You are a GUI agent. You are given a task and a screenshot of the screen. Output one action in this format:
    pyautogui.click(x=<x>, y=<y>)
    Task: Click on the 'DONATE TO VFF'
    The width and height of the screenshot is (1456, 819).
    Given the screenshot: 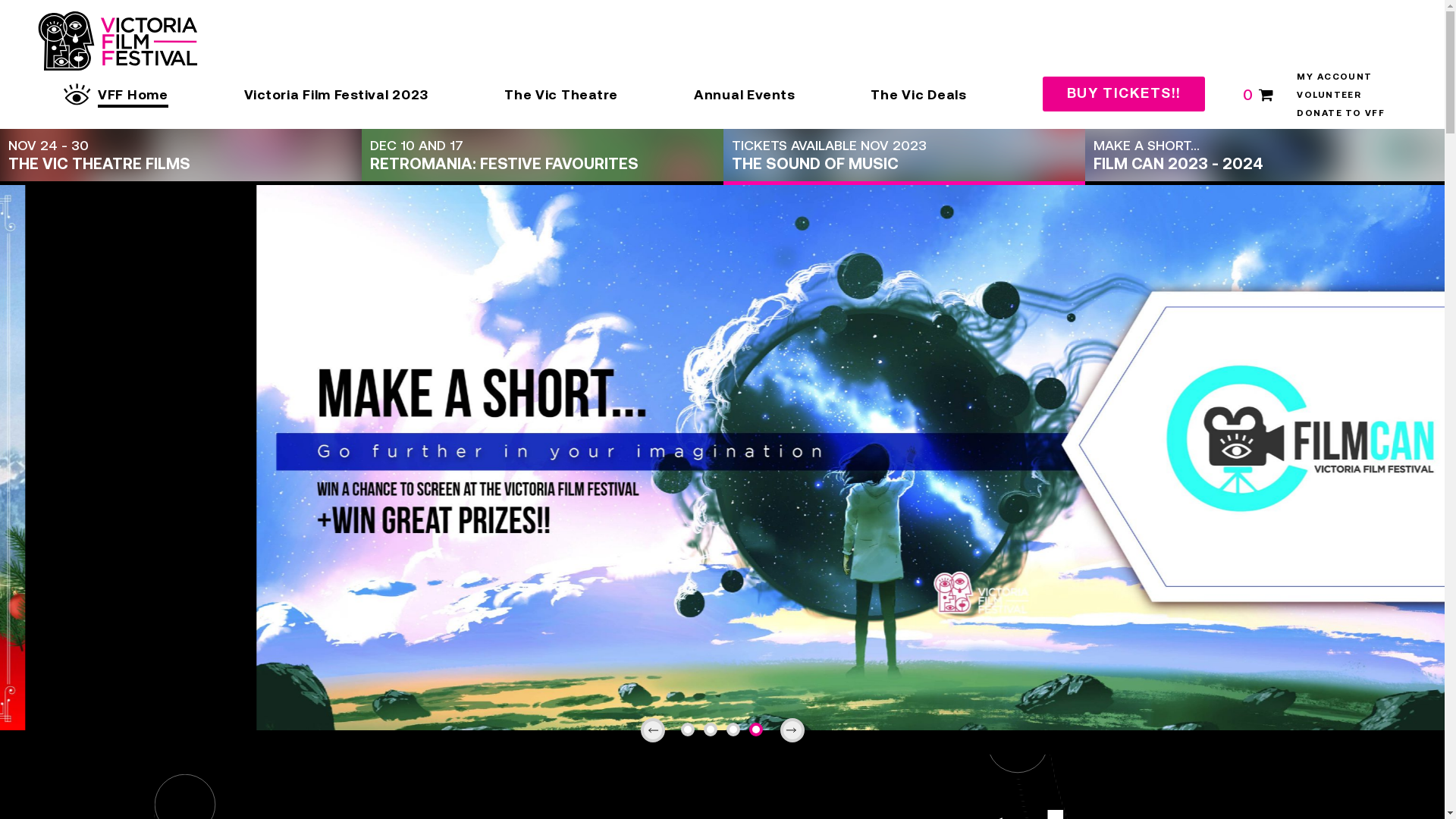 What is the action you would take?
    pyautogui.click(x=1340, y=111)
    